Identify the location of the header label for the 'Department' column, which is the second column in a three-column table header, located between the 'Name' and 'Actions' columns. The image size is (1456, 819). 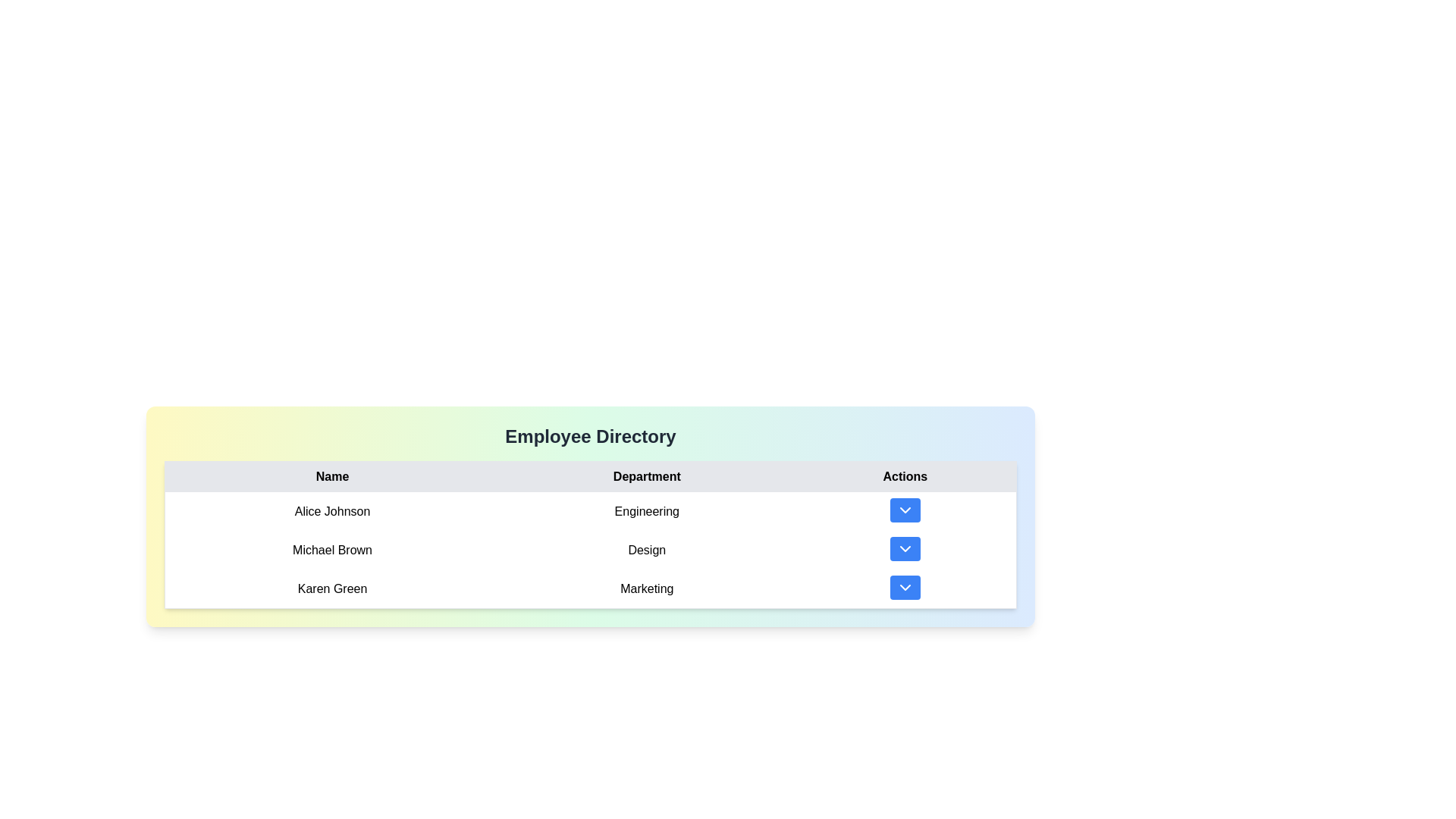
(647, 475).